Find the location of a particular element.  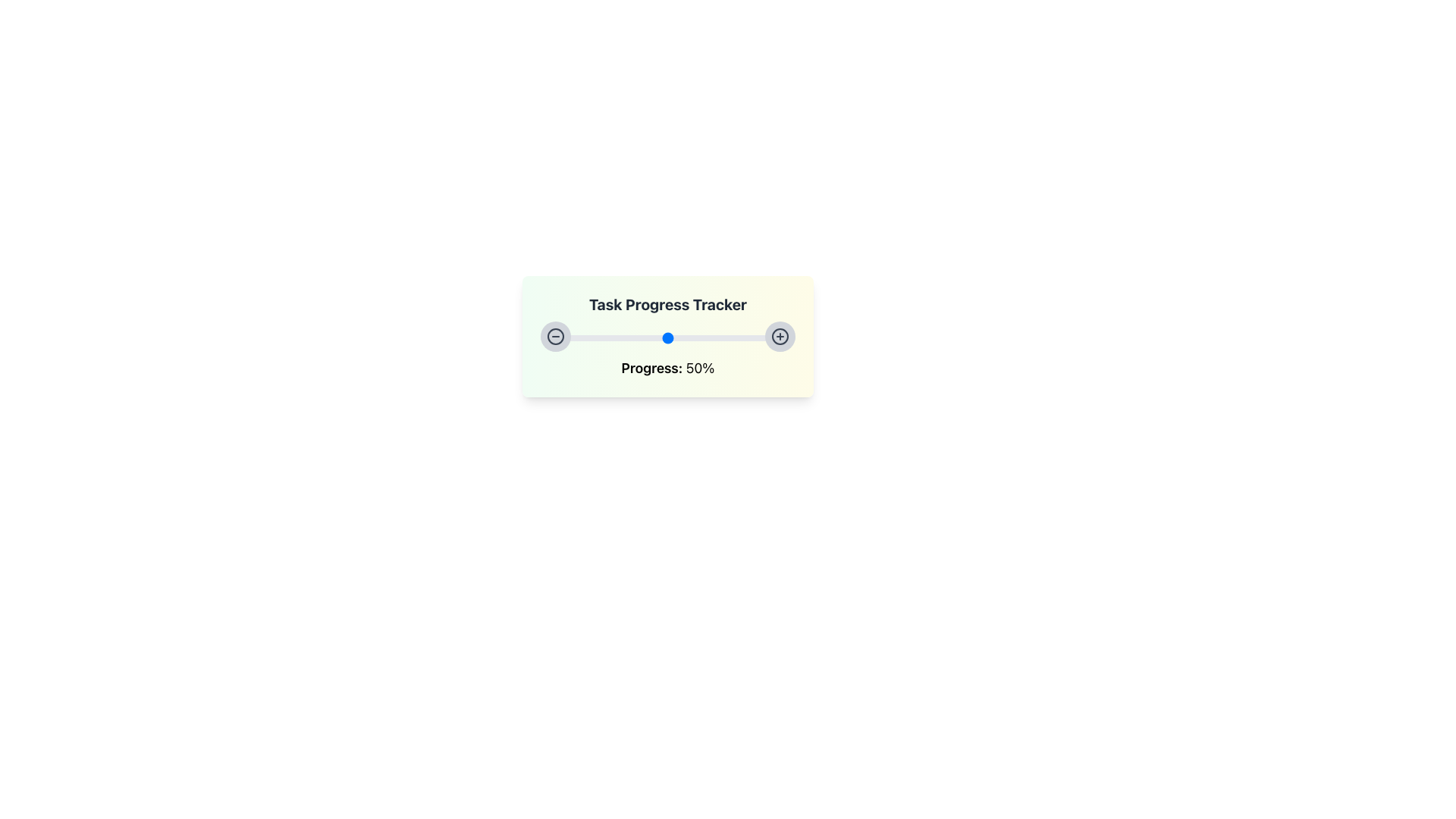

the inner circular component of the minus button located in the top-right corner of the interface, adjacent to the horizontal progress indicator is located at coordinates (555, 335).